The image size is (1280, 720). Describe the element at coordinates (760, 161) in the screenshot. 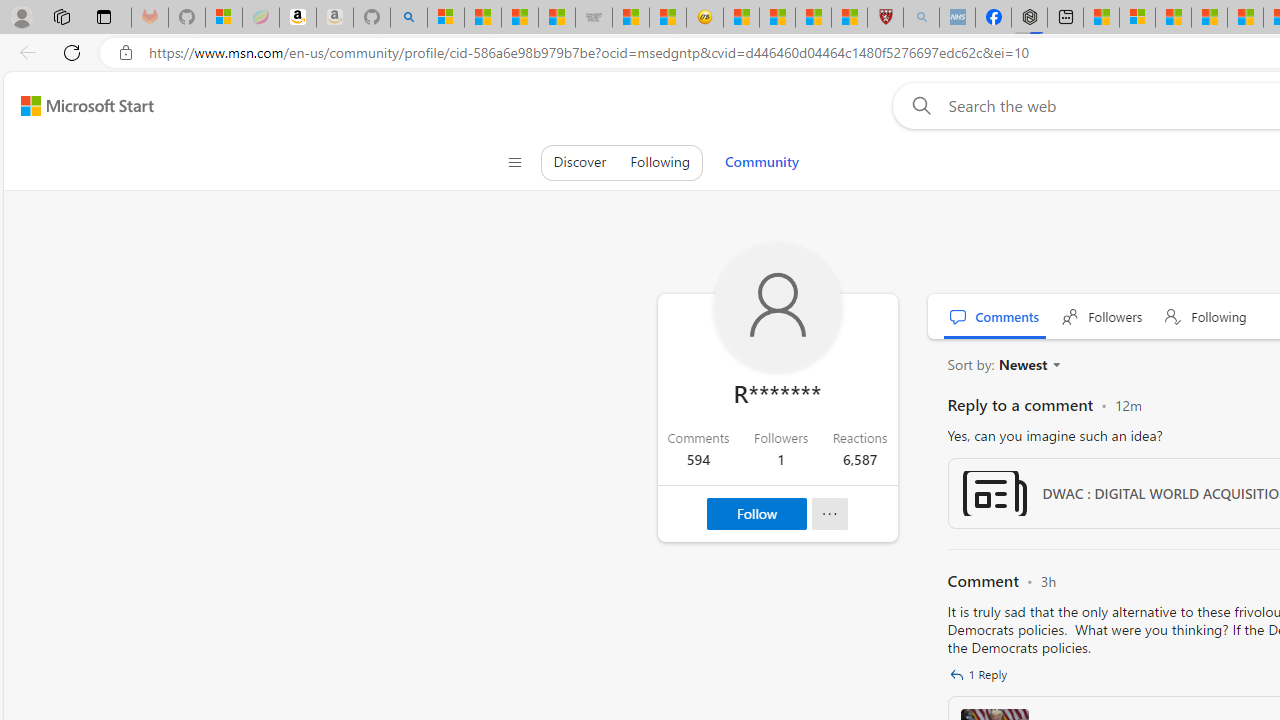

I see `'Community'` at that location.